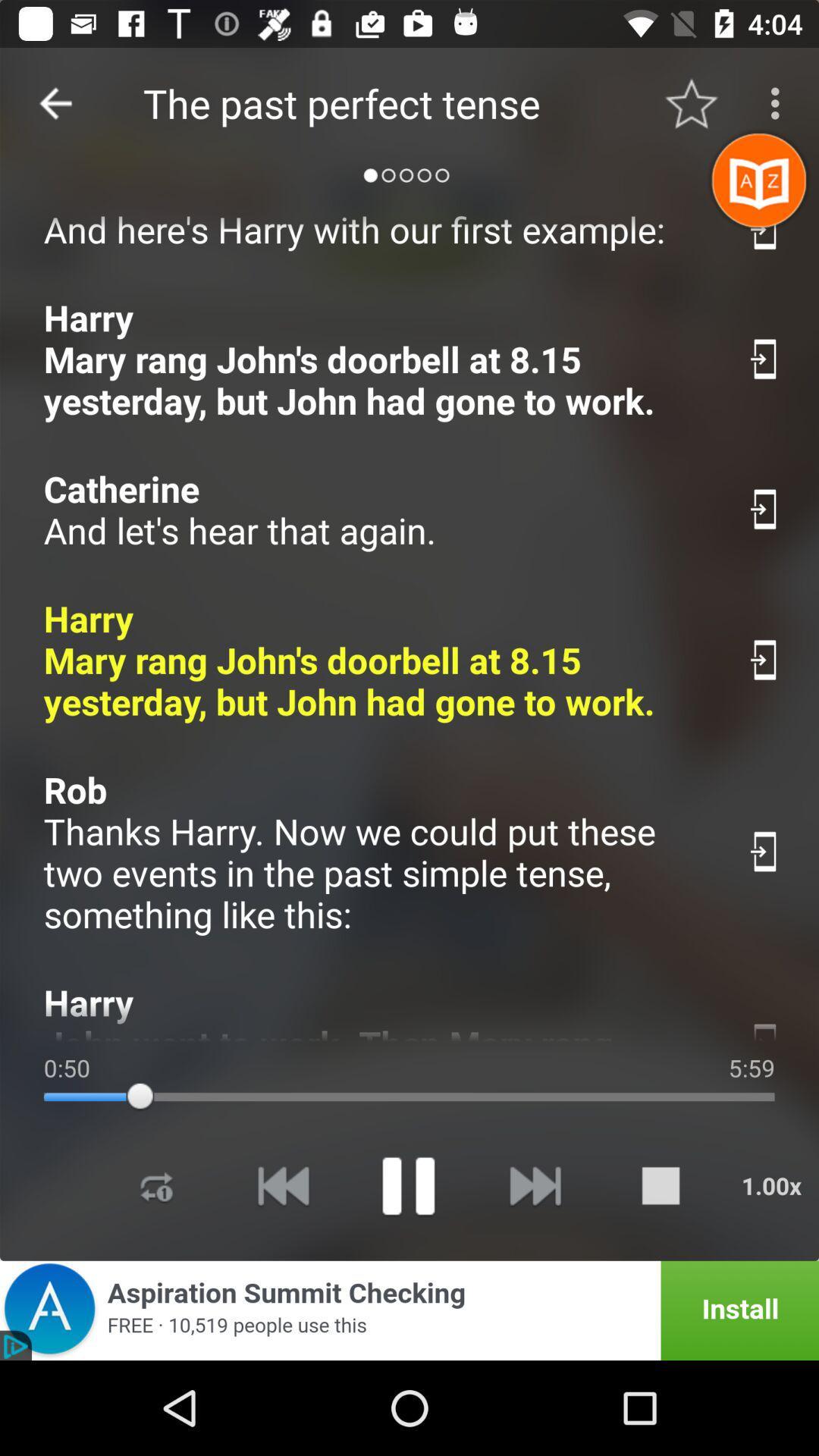 The width and height of the screenshot is (819, 1456). What do you see at coordinates (283, 1185) in the screenshot?
I see `the av_rewind icon` at bounding box center [283, 1185].